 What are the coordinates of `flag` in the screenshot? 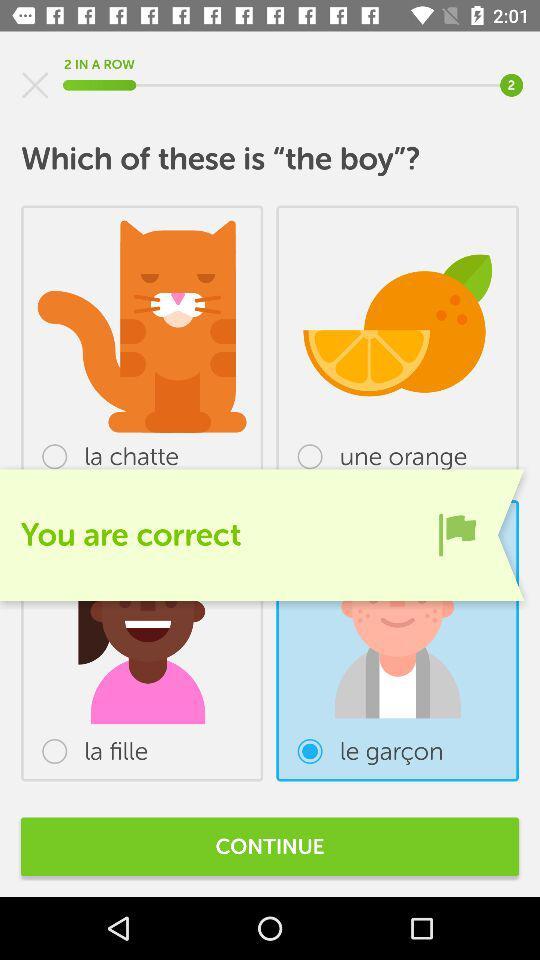 It's located at (457, 533).